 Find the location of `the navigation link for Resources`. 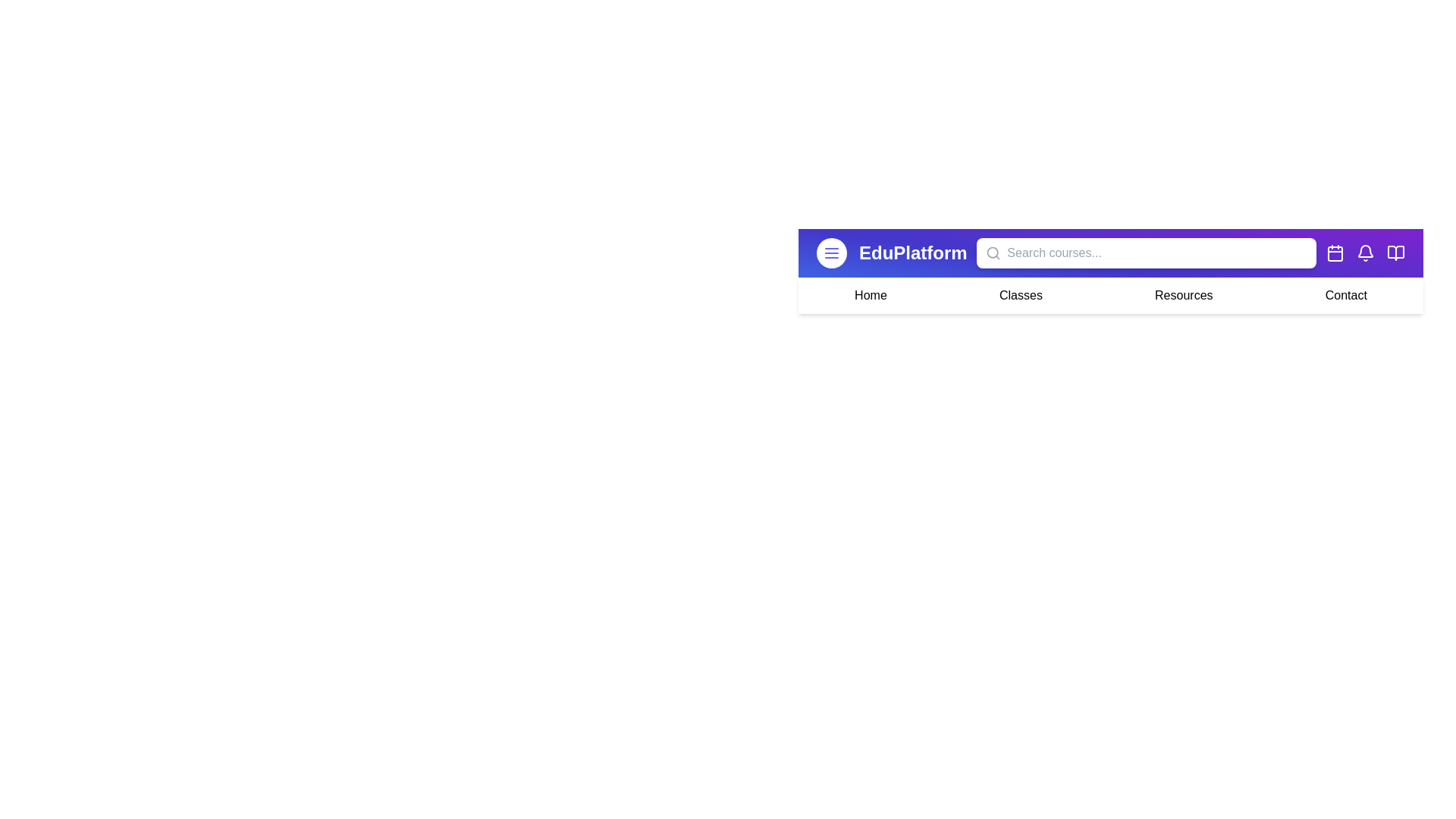

the navigation link for Resources is located at coordinates (1182, 295).